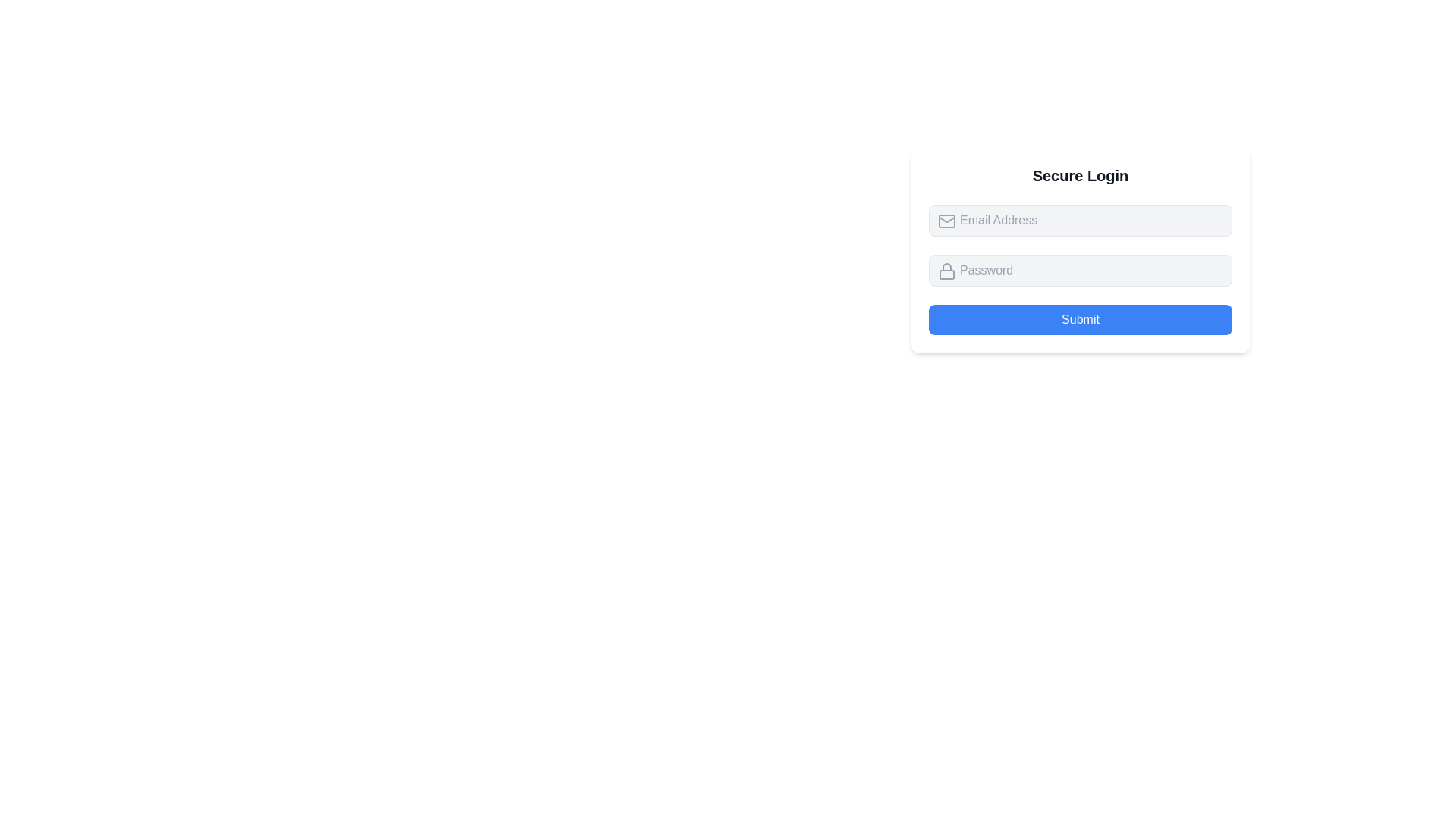 This screenshot has height=819, width=1456. What do you see at coordinates (946, 221) in the screenshot?
I see `the SVG icon representing an envelope, which is styled with a gray stroke color and positioned to the left of the 'Email Address' input field` at bounding box center [946, 221].